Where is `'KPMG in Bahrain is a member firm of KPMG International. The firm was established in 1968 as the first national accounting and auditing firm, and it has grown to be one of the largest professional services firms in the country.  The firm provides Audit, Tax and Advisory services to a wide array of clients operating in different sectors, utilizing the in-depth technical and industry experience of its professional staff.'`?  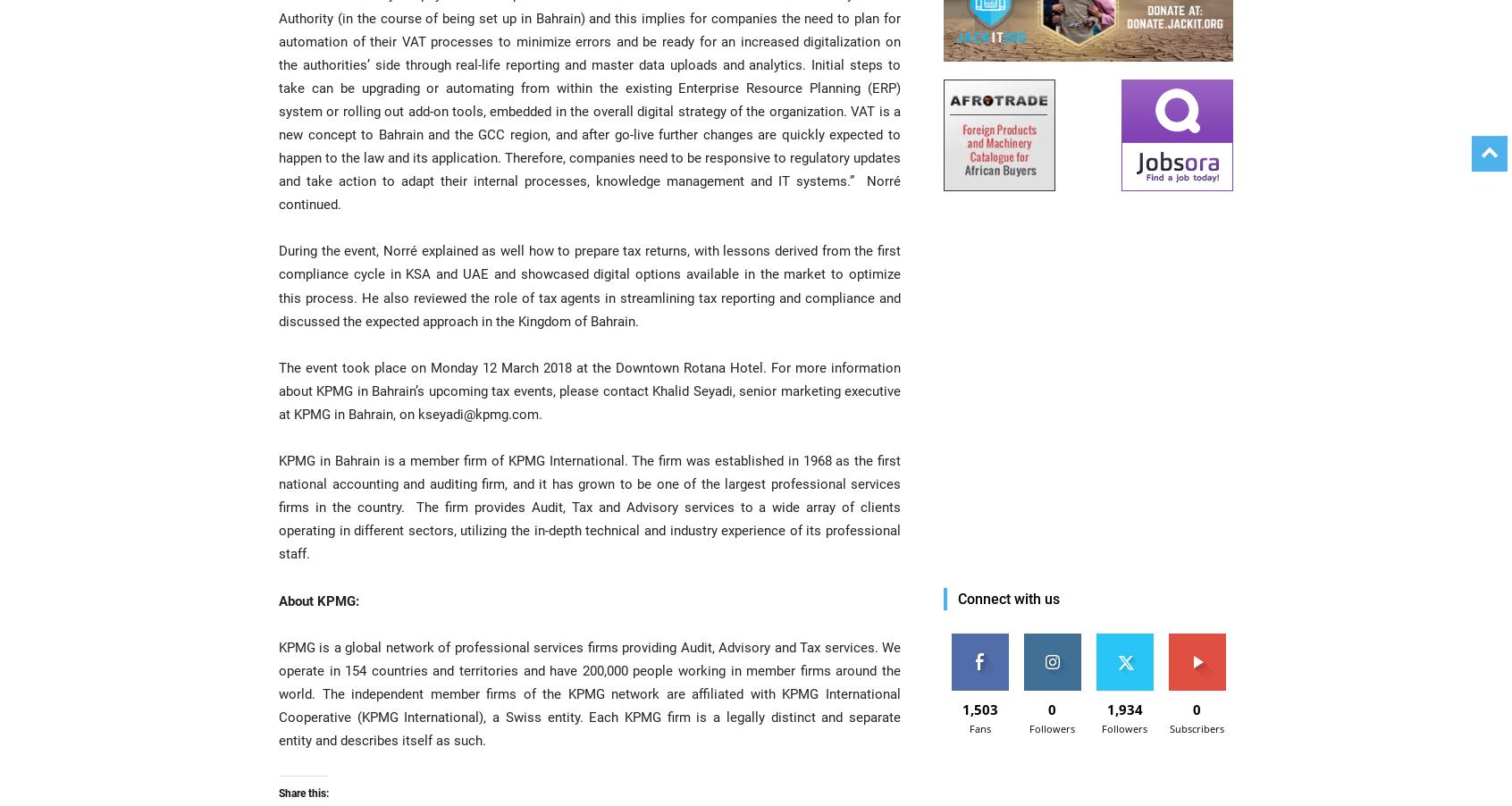
'KPMG in Bahrain is a member firm of KPMG International. The firm was established in 1968 as the first national accounting and auditing firm, and it has grown to be one of the largest professional services firms in the country.  The firm provides Audit, Tax and Advisory services to a wide array of clients operating in different sectors, utilizing the in-depth technical and industry experience of its professional staff.' is located at coordinates (590, 507).